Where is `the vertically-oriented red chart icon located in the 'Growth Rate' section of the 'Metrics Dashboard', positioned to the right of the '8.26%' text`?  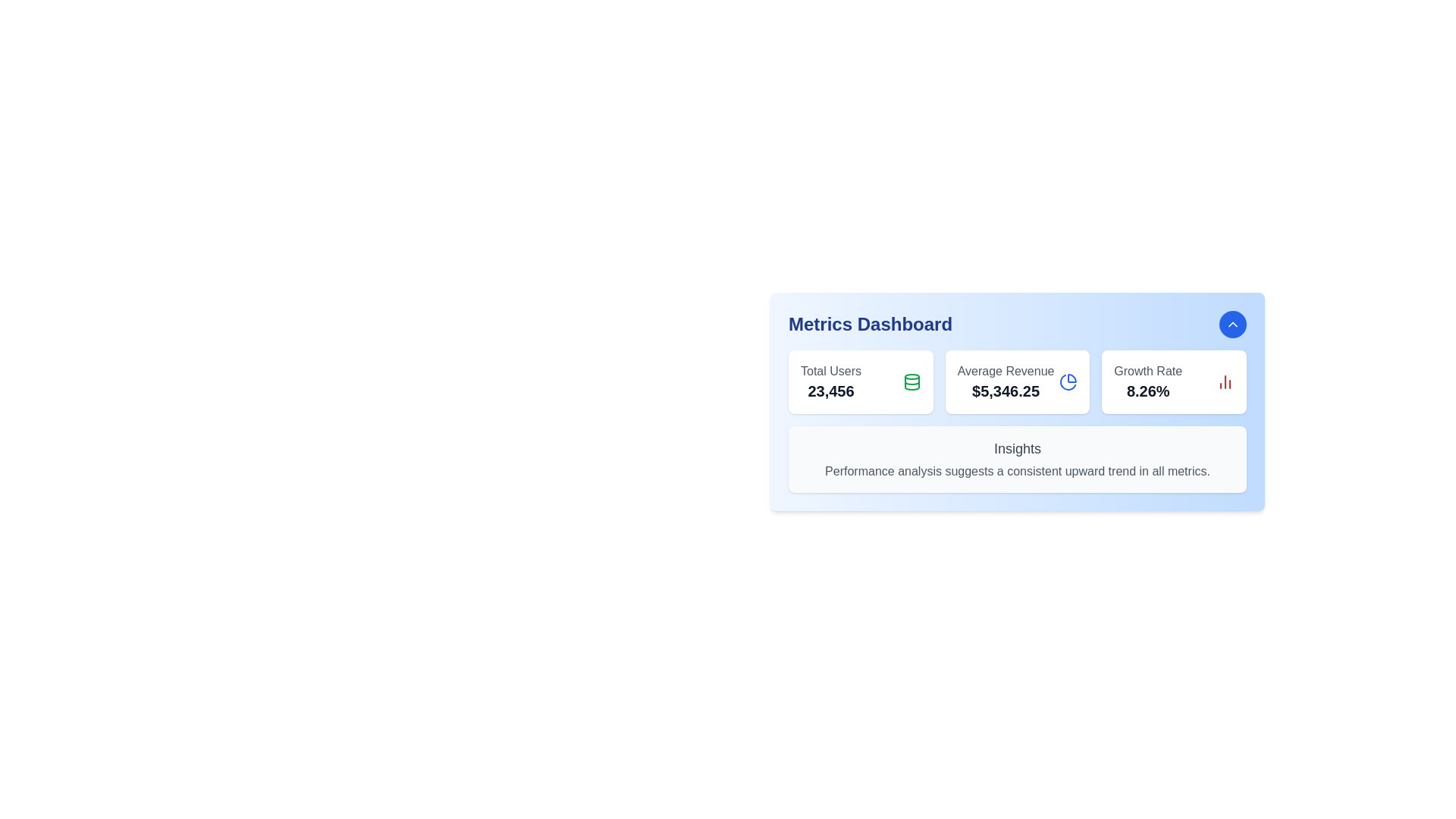
the vertically-oriented red chart icon located in the 'Growth Rate' section of the 'Metrics Dashboard', positioned to the right of the '8.26%' text is located at coordinates (1225, 381).